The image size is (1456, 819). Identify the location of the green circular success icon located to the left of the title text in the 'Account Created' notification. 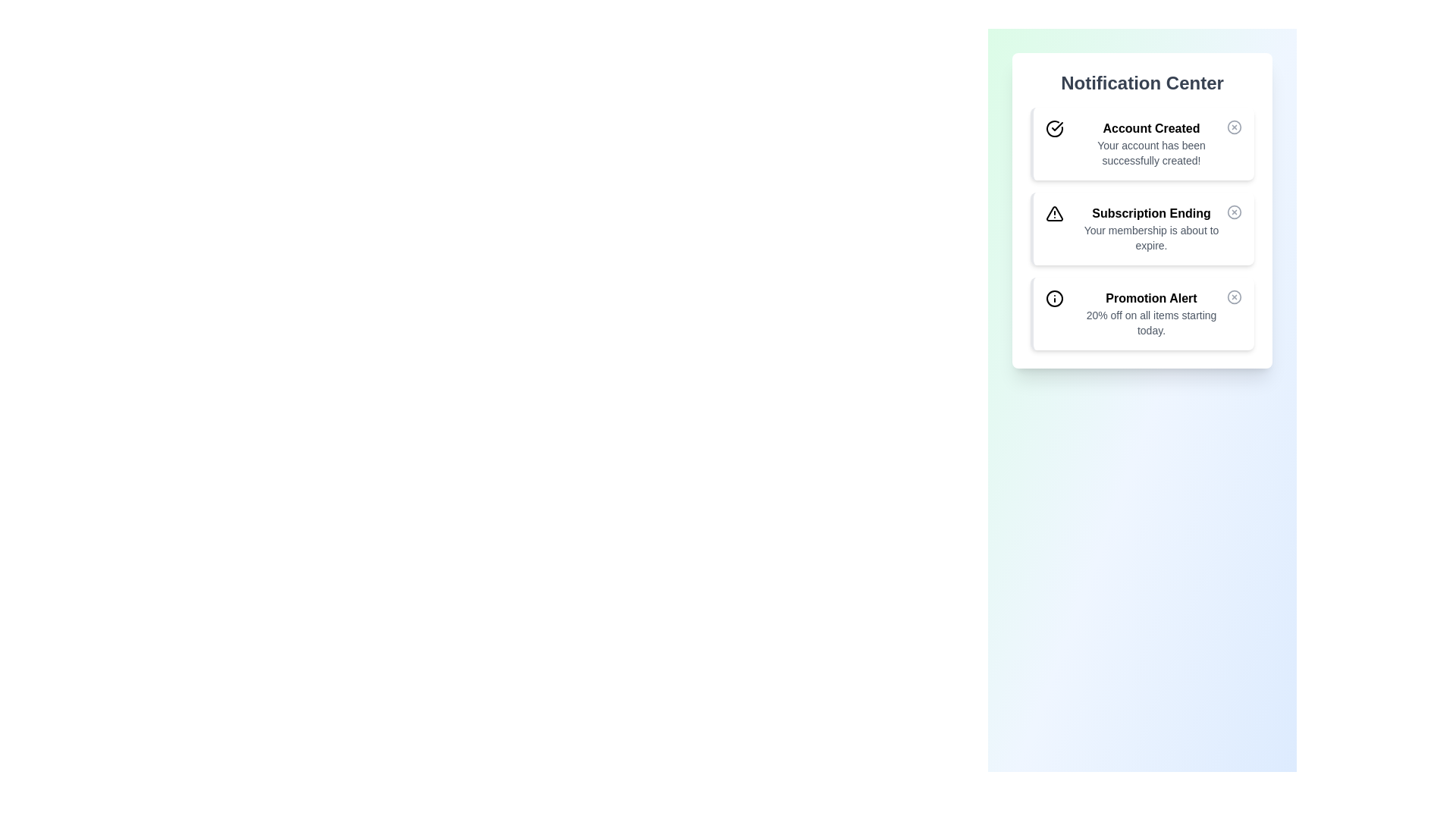
(1054, 127).